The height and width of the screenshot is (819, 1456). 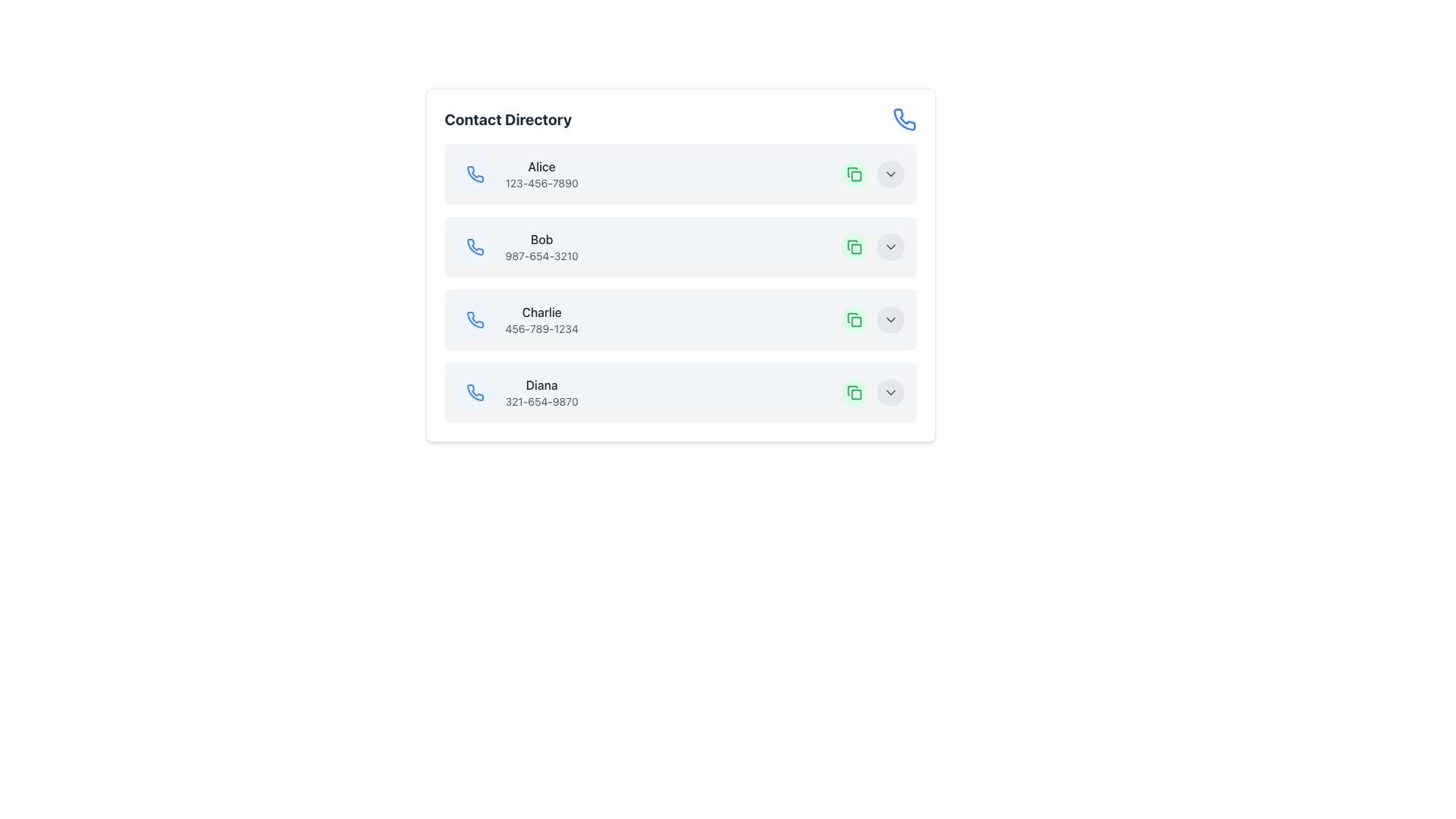 What do you see at coordinates (890, 391) in the screenshot?
I see `the small circular button with a light grey background and a downward-facing chevron icon associated with the contact 'Diana' in the 'Contact Directory' list, to interact via keyboard` at bounding box center [890, 391].